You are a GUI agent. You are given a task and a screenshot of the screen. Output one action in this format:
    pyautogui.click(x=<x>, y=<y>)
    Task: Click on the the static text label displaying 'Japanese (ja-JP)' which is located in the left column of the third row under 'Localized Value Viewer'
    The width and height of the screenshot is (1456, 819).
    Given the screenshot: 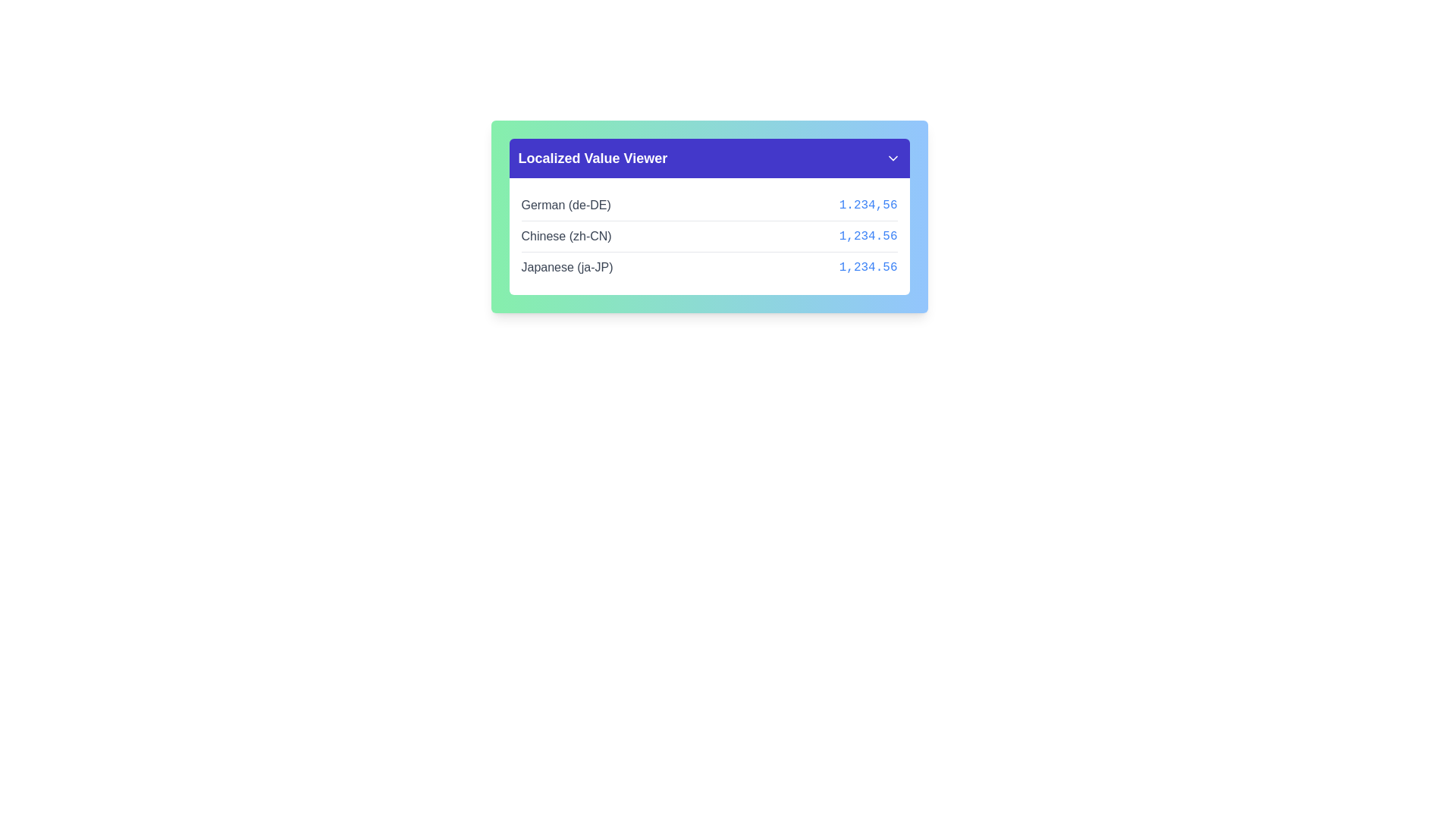 What is the action you would take?
    pyautogui.click(x=566, y=267)
    